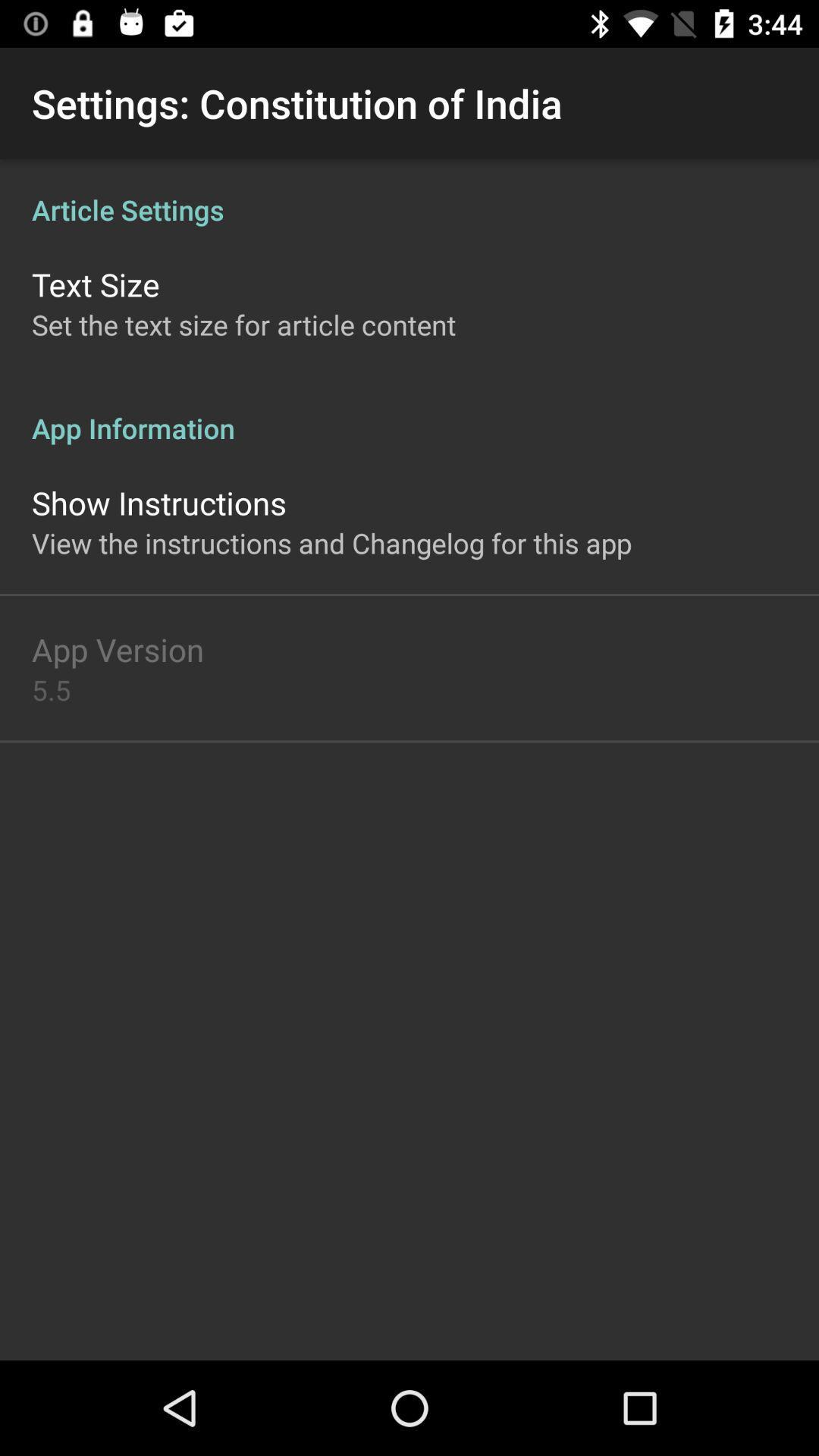 Image resolution: width=819 pixels, height=1456 pixels. Describe the element at coordinates (331, 543) in the screenshot. I see `view the instructions` at that location.